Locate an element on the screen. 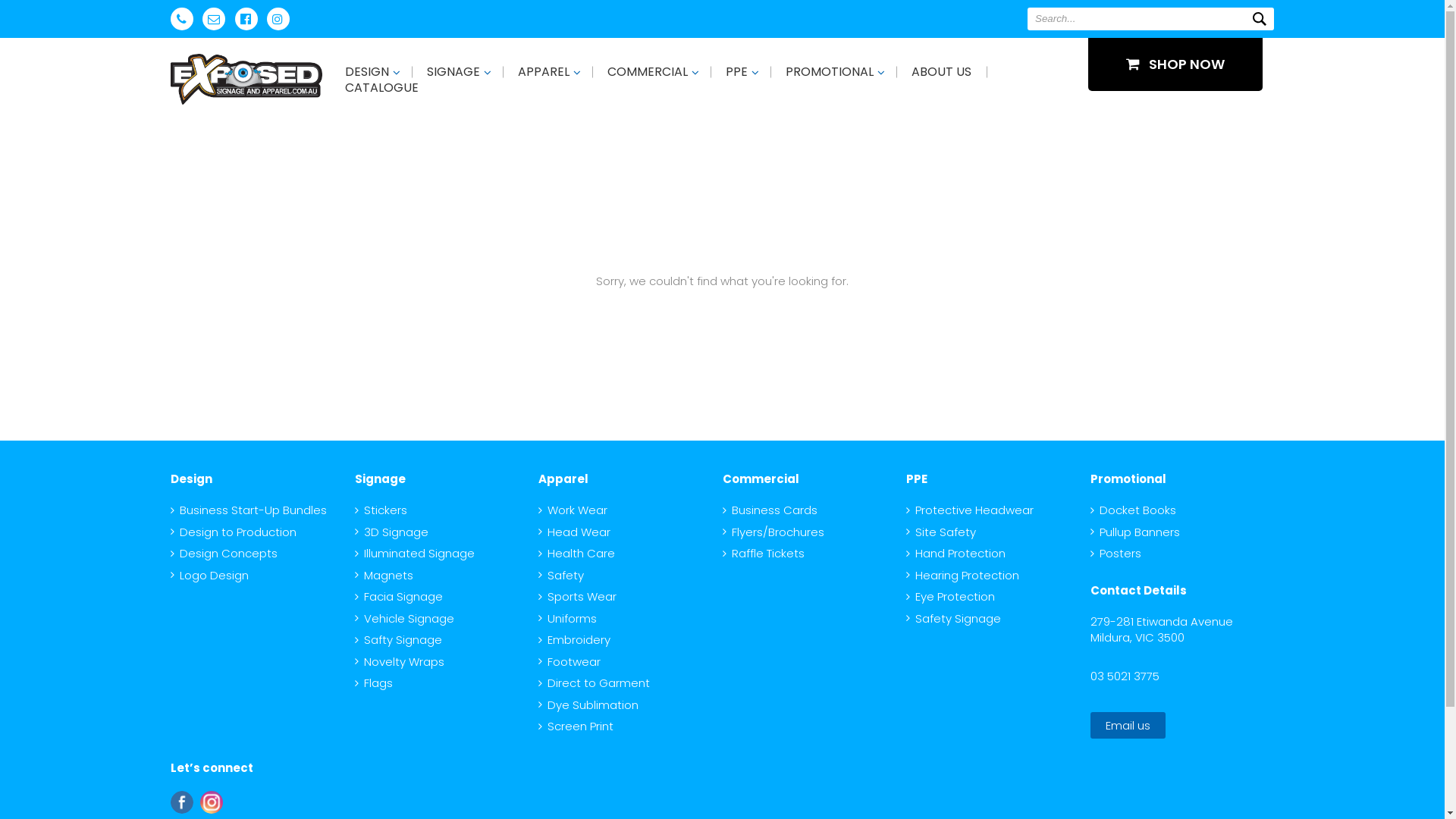  'Hearing Protection' is located at coordinates (962, 575).